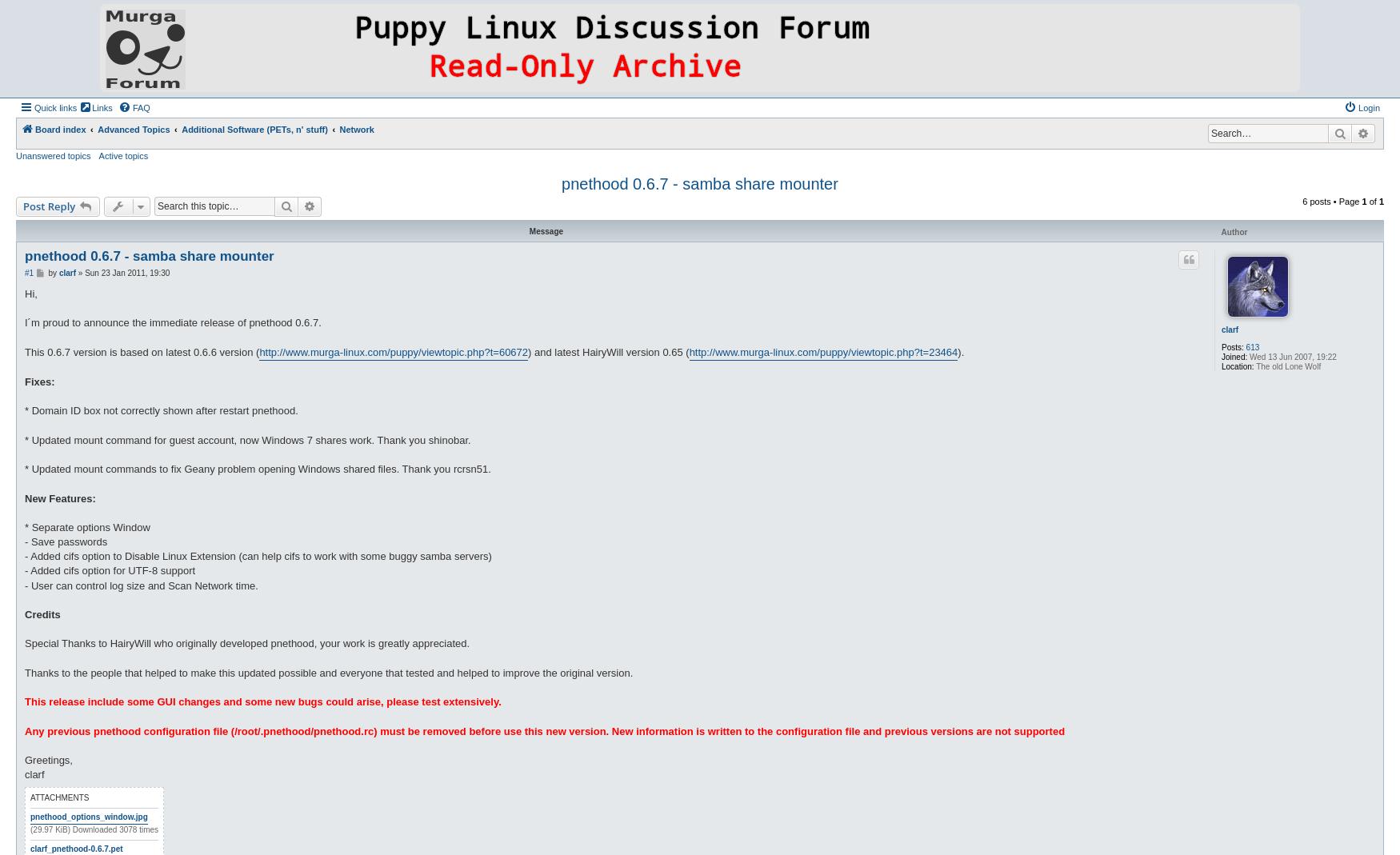  Describe the element at coordinates (181, 129) in the screenshot. I see `'Additional Software (PETs, n' stuff)'` at that location.